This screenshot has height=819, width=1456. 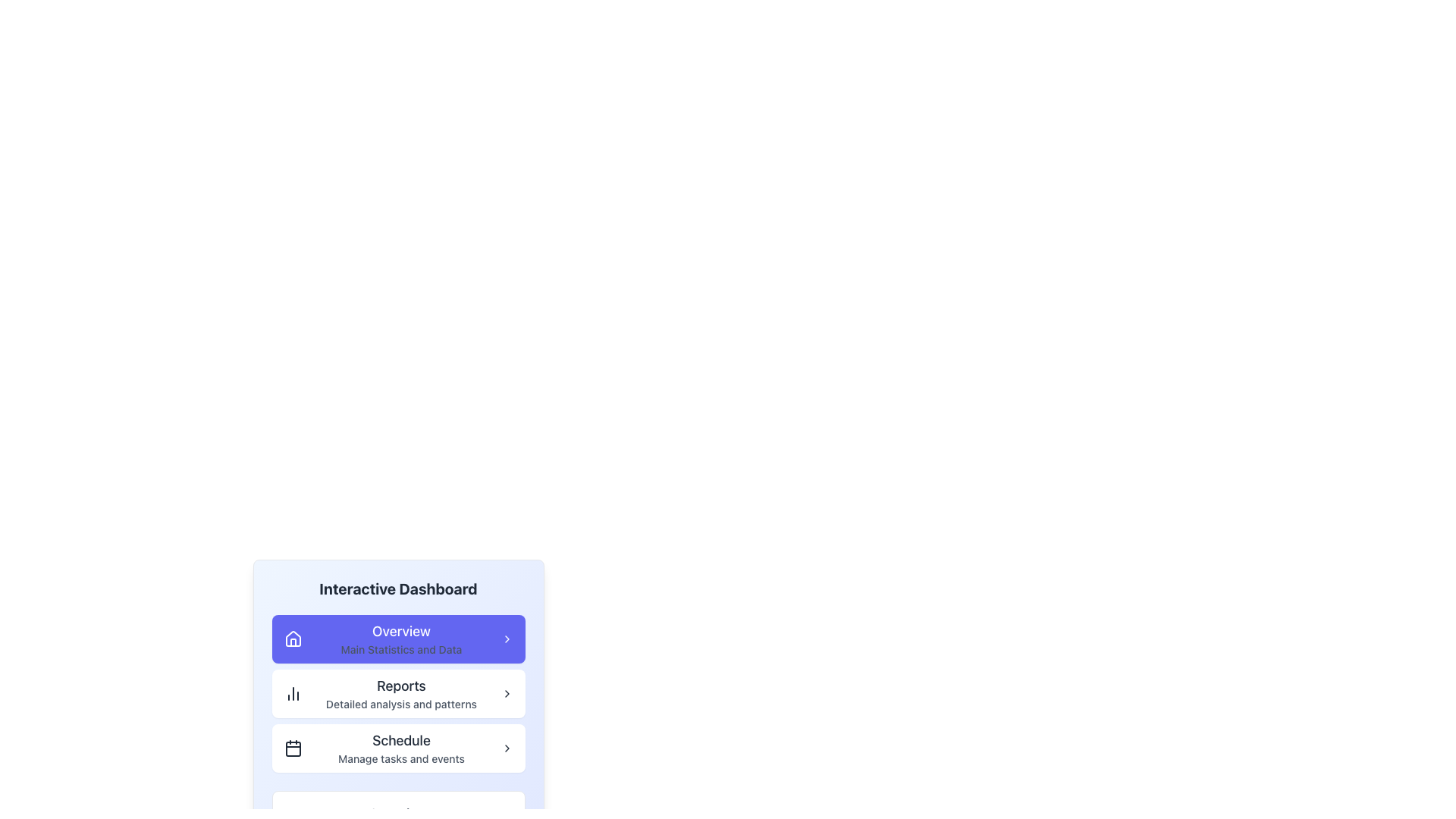 What do you see at coordinates (507, 639) in the screenshot?
I see `the chevron icon located at the rightmost side of the 'Overview' button in the blue sidebar menu for visual cues` at bounding box center [507, 639].